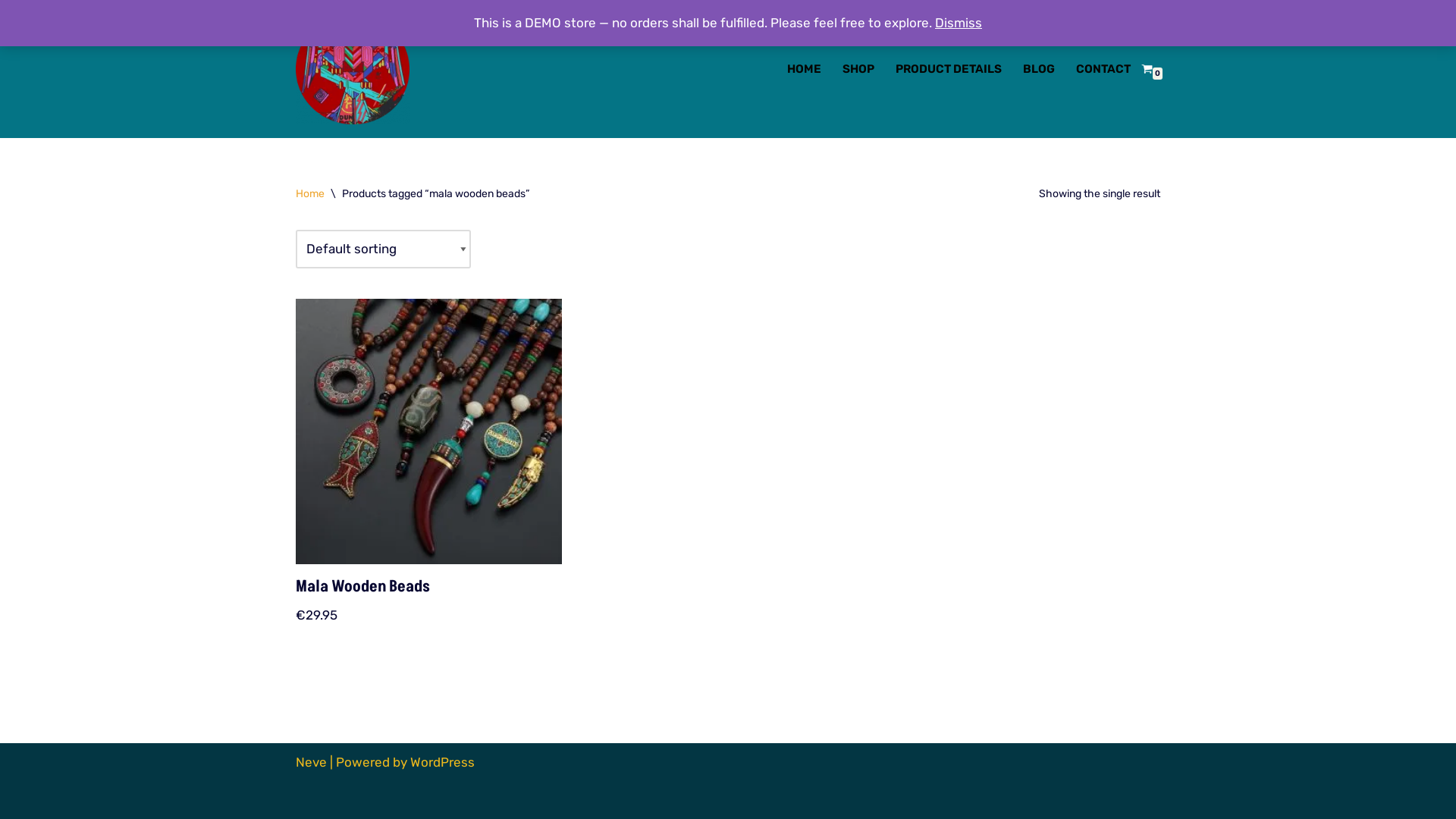 The image size is (1456, 819). Describe the element at coordinates (441, 762) in the screenshot. I see `'WordPress'` at that location.